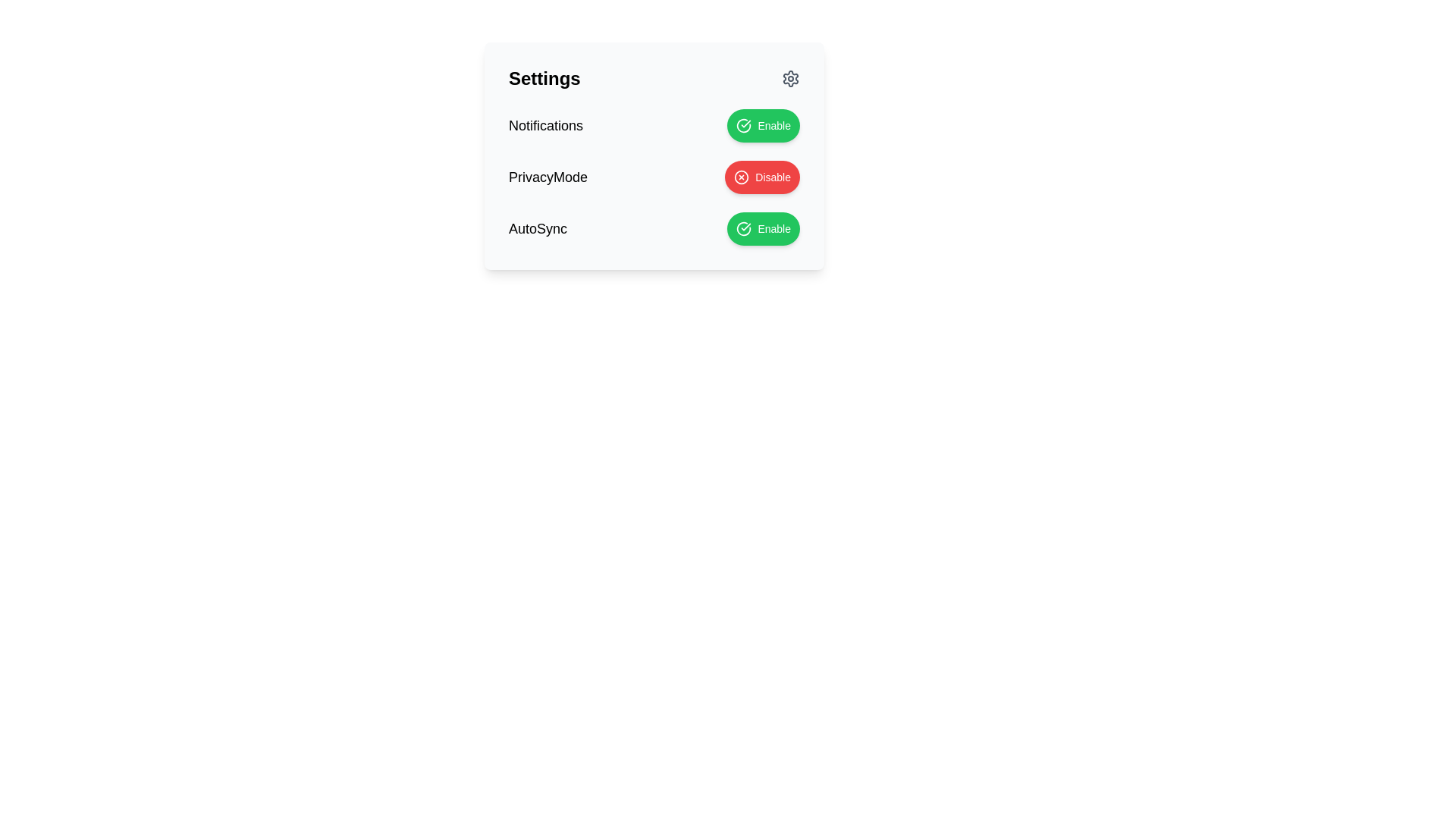 This screenshot has width=1456, height=819. Describe the element at coordinates (762, 177) in the screenshot. I see `the second button in the vertical list of settings options that disables the PrivacyMode, located to the right of the 'PrivacyMode' label and below the 'Enable' button for 'Notifications'` at that location.